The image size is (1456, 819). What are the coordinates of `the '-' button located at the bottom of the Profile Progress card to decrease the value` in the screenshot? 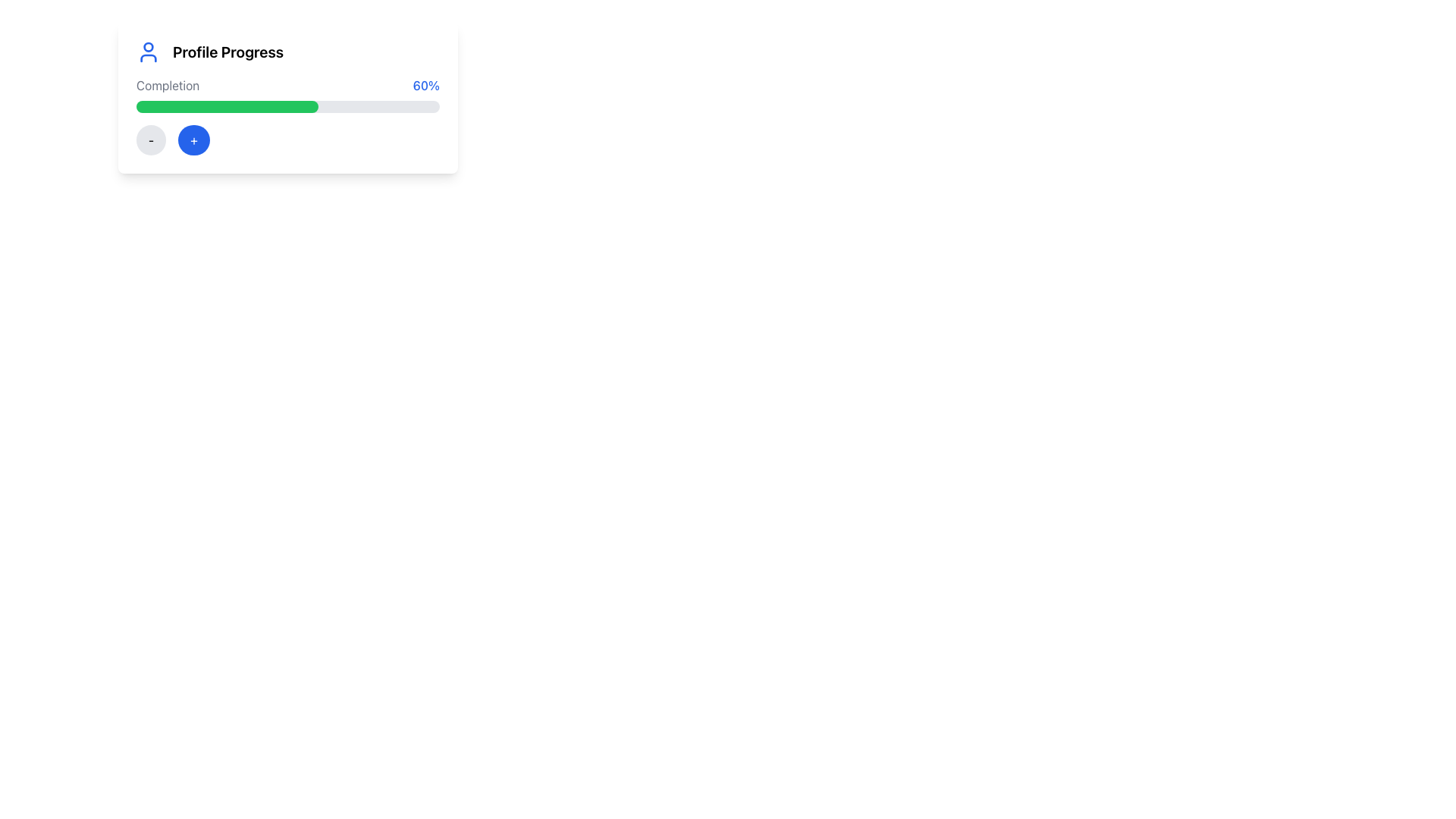 It's located at (287, 97).